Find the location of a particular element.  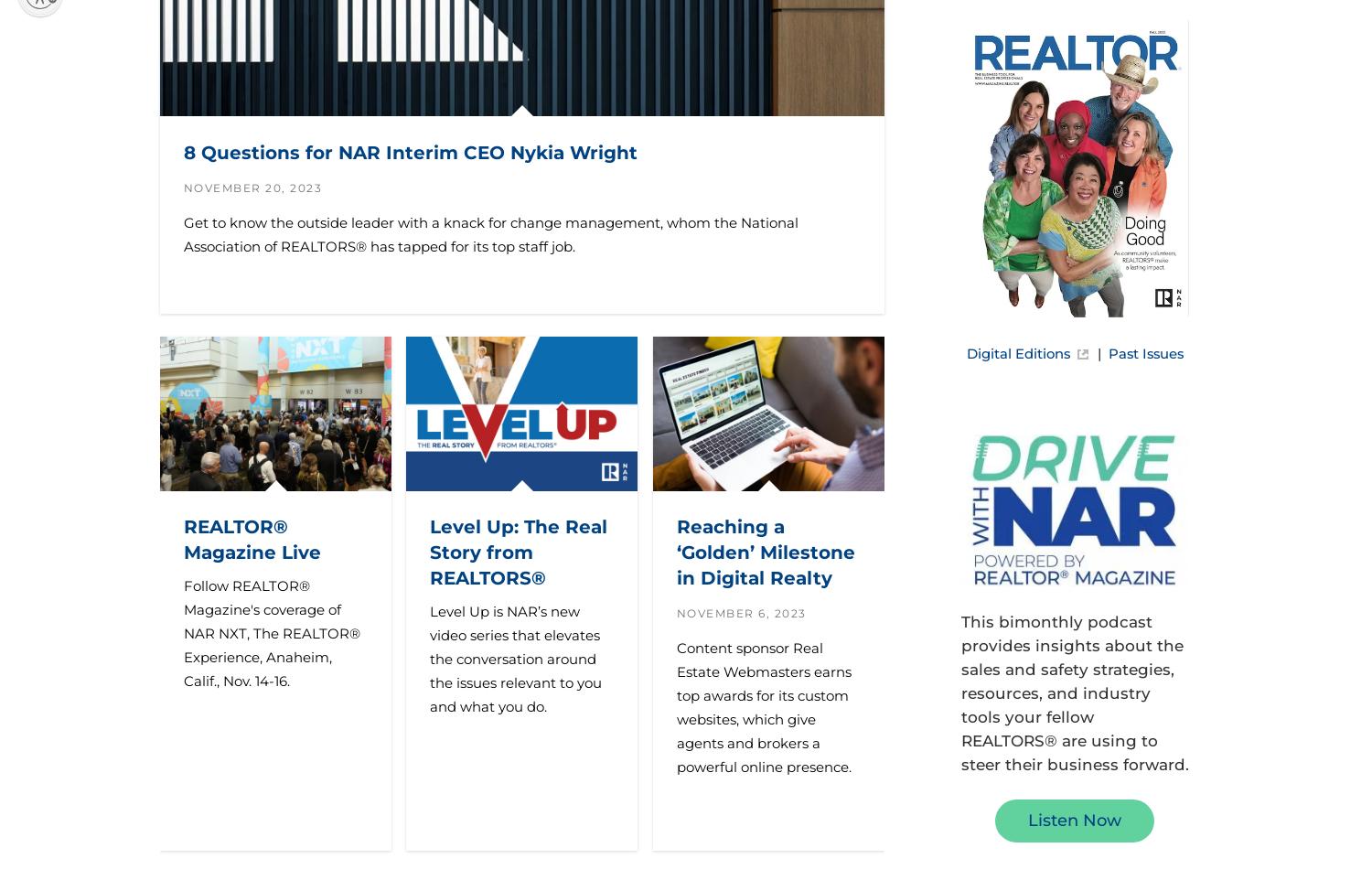

'Digital Editions' is located at coordinates (1016, 351).